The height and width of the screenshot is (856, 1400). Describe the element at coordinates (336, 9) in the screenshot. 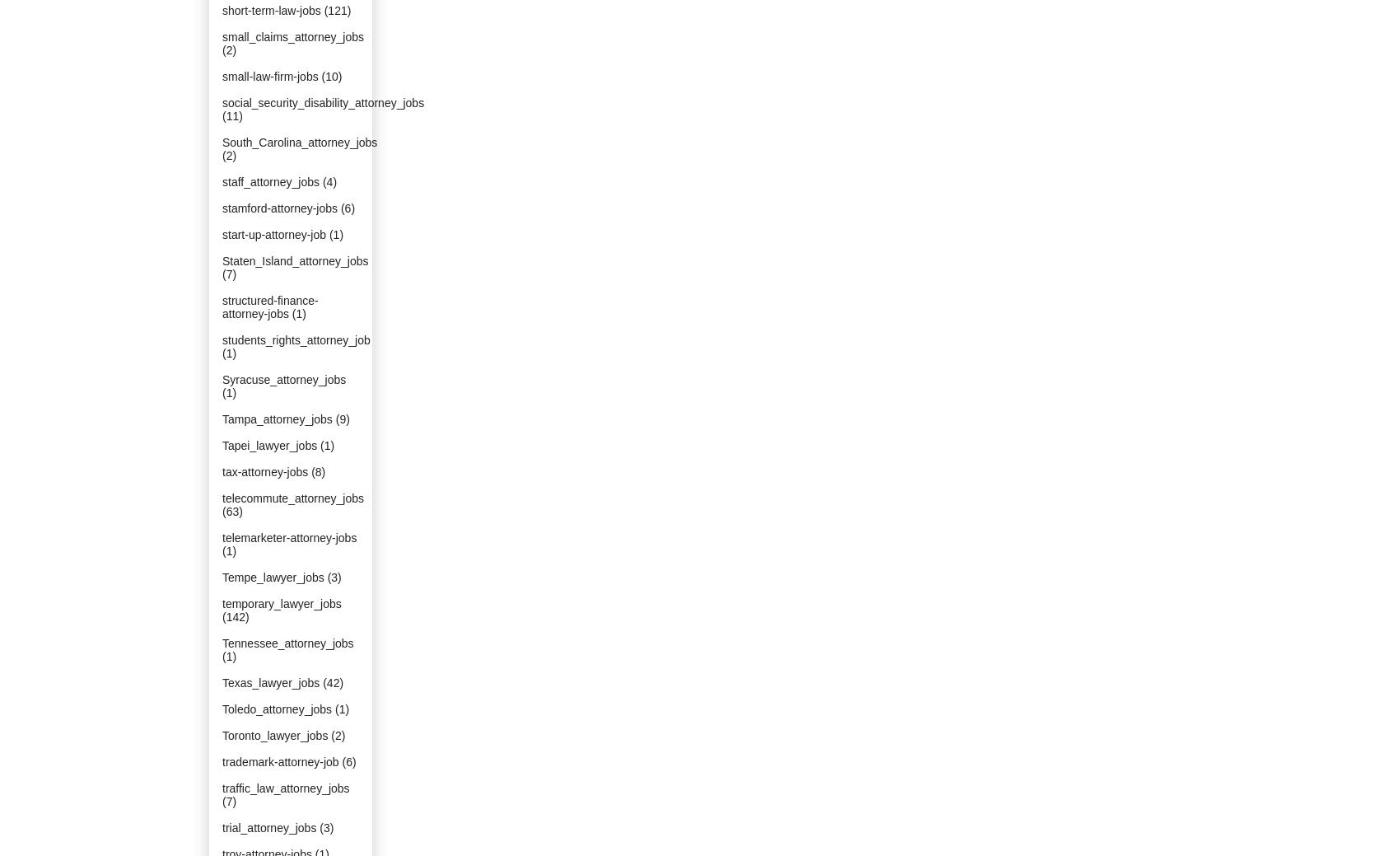

I see `'(121)'` at that location.